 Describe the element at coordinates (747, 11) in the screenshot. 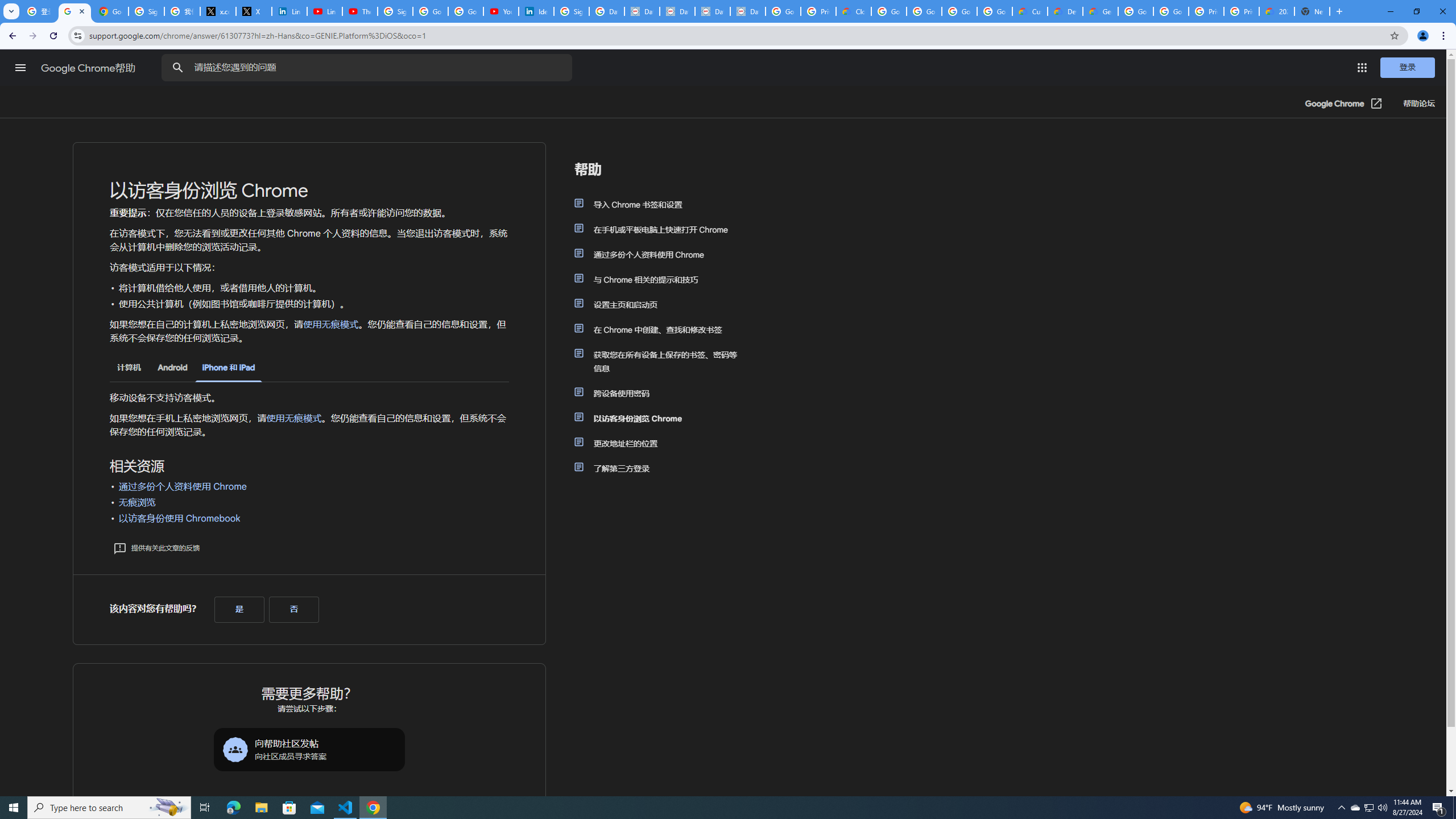

I see `'Data Privacy Framework'` at that location.